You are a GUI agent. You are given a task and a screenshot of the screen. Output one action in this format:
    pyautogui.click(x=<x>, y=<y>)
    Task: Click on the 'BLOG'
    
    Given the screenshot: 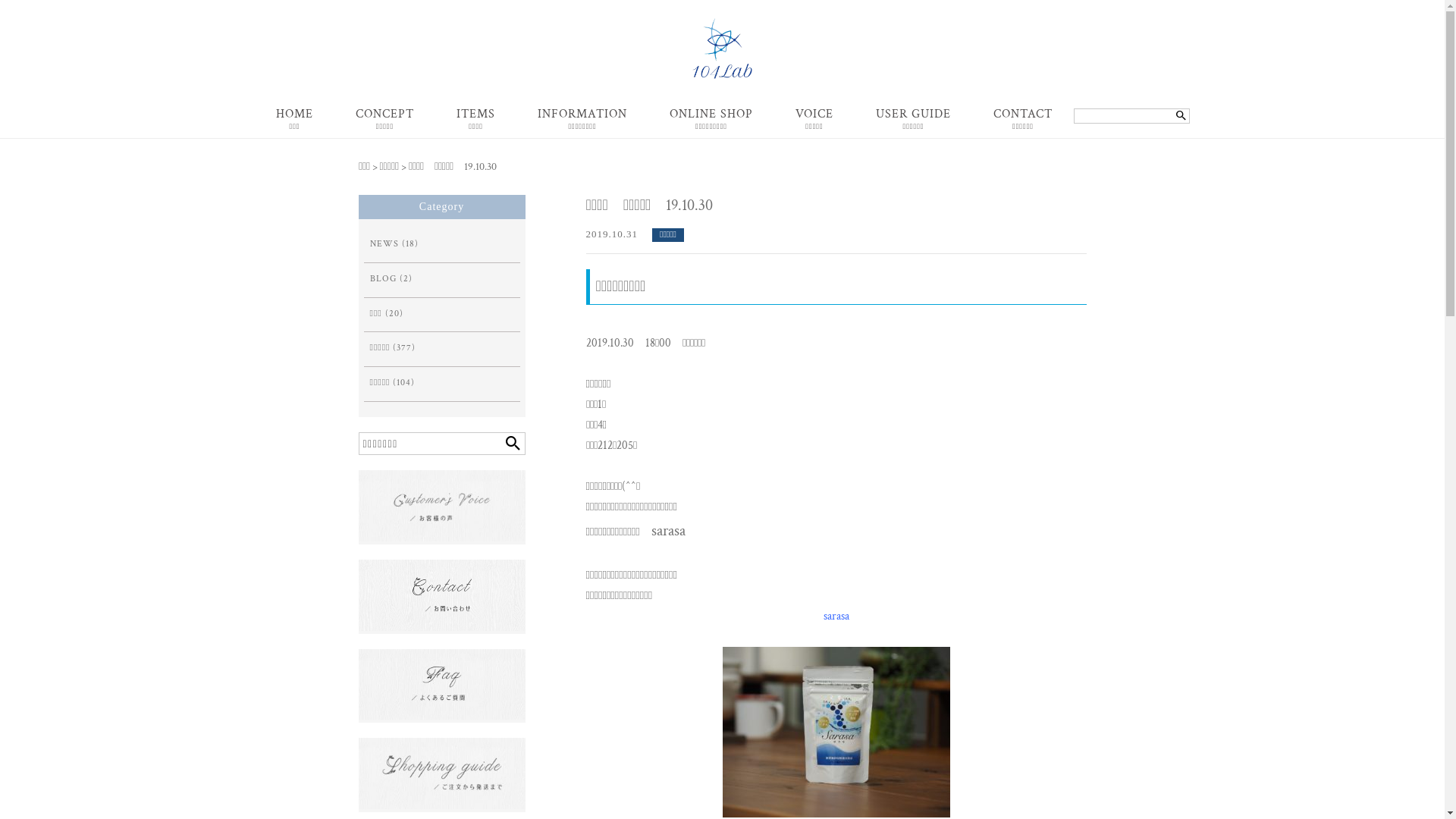 What is the action you would take?
    pyautogui.click(x=383, y=279)
    